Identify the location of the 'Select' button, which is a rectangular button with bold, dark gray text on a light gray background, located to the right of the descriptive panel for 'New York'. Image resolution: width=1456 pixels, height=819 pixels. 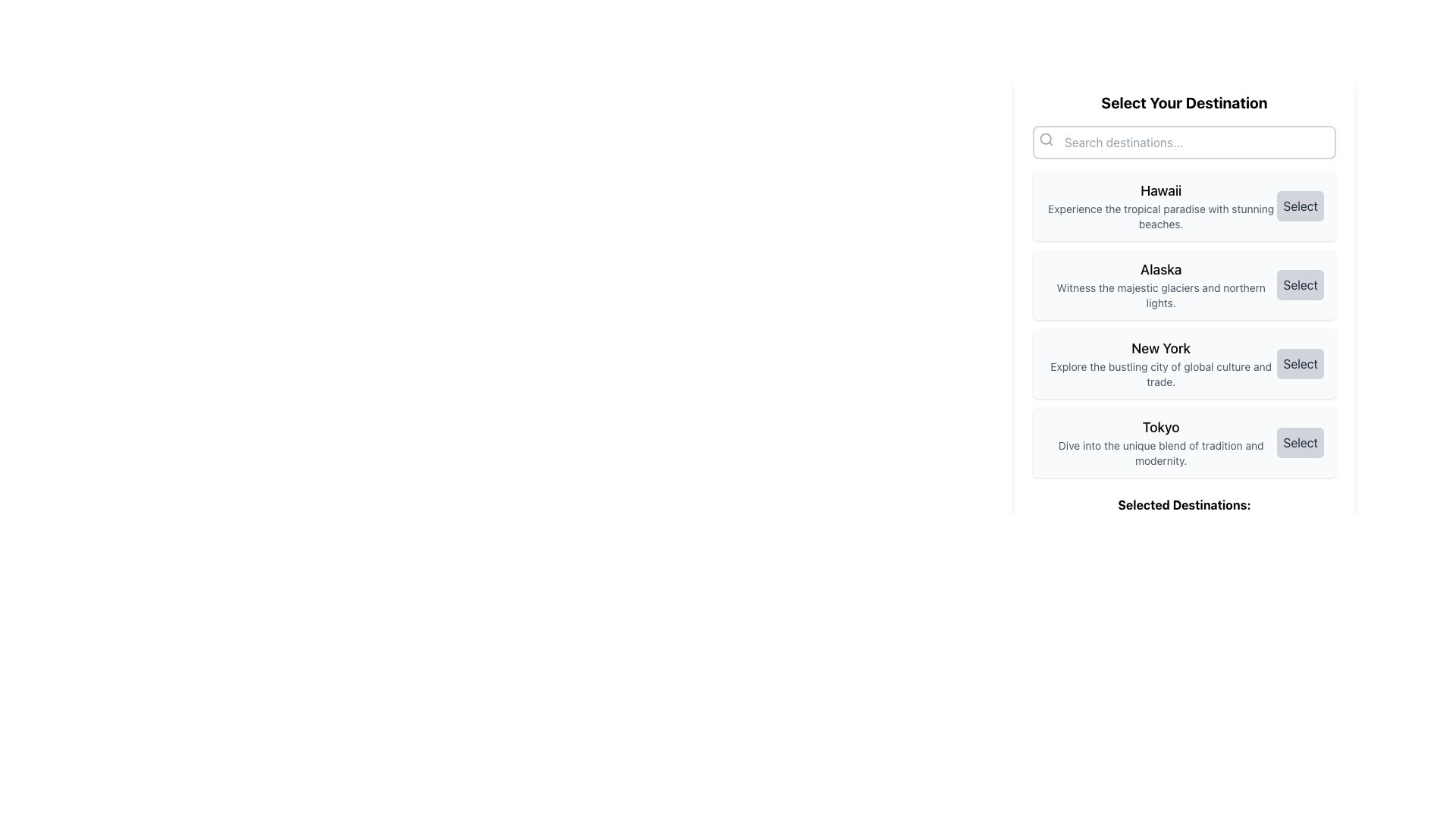
(1300, 363).